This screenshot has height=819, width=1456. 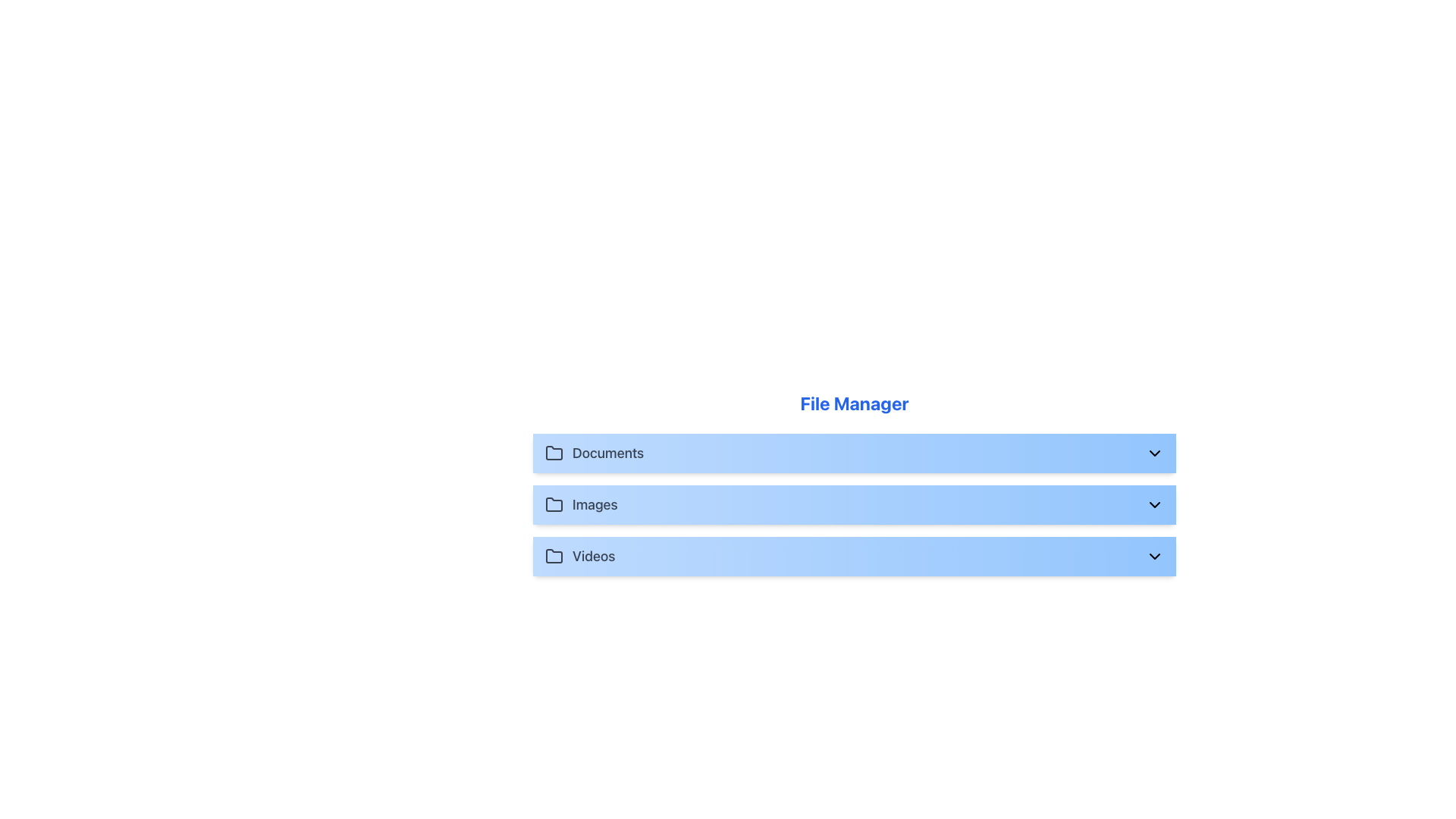 What do you see at coordinates (855, 489) in the screenshot?
I see `the downward-pointing chevron icon on the 'Images' folder tab` at bounding box center [855, 489].